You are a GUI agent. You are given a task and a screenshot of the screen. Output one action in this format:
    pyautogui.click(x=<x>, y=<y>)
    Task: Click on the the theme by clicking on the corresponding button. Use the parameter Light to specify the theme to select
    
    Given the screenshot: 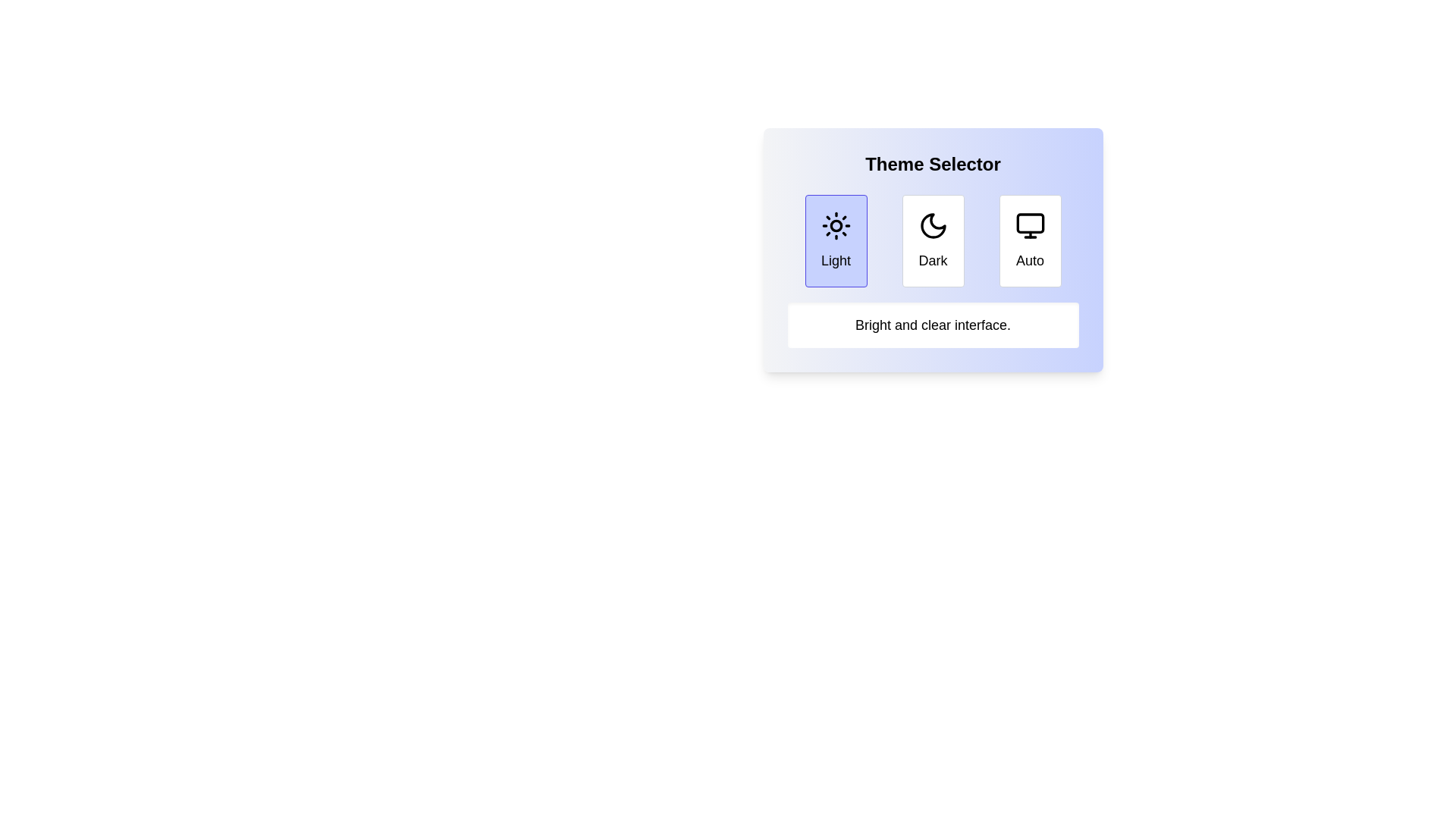 What is the action you would take?
    pyautogui.click(x=835, y=240)
    